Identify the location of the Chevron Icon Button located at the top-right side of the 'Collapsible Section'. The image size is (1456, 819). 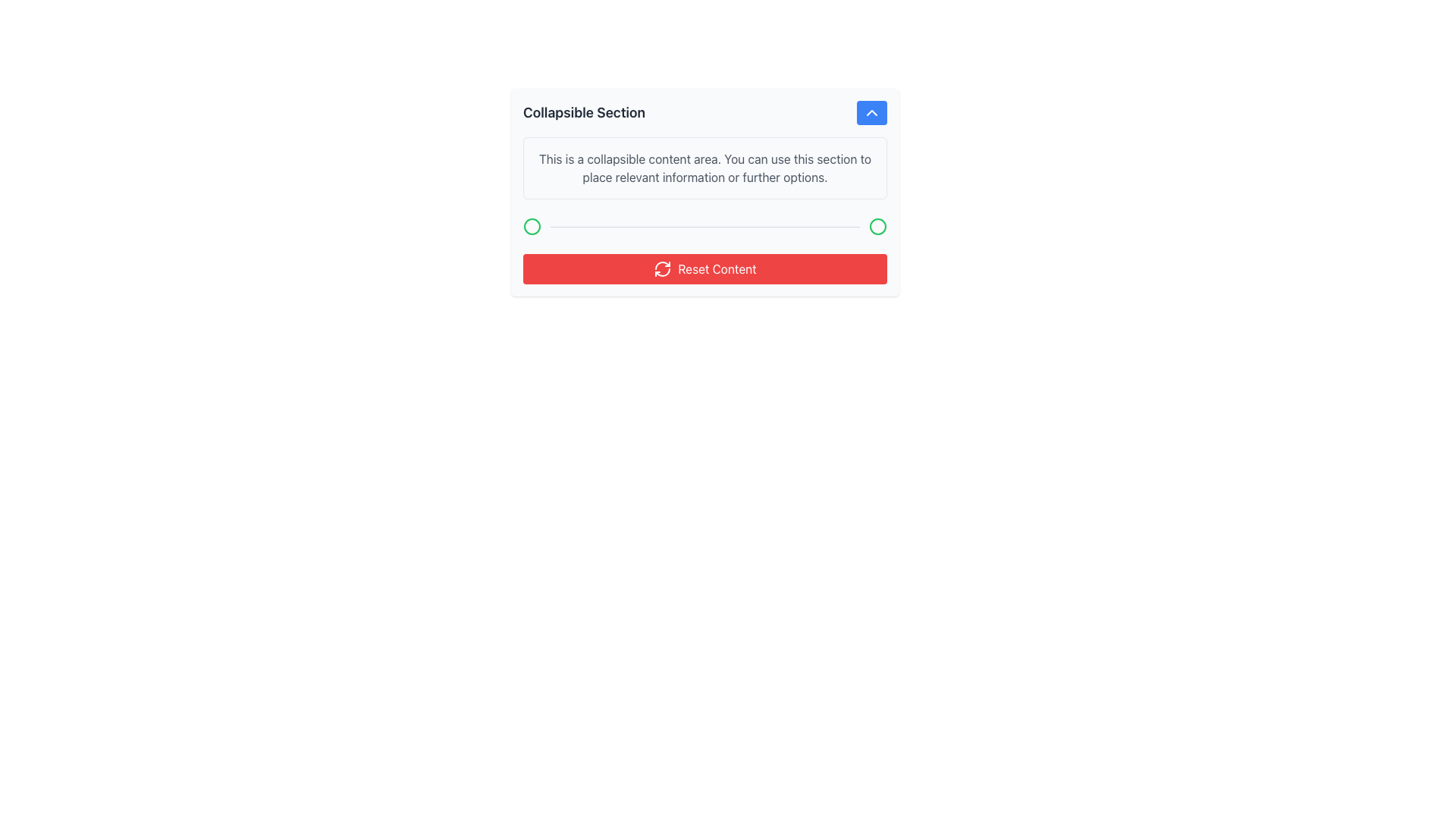
(872, 112).